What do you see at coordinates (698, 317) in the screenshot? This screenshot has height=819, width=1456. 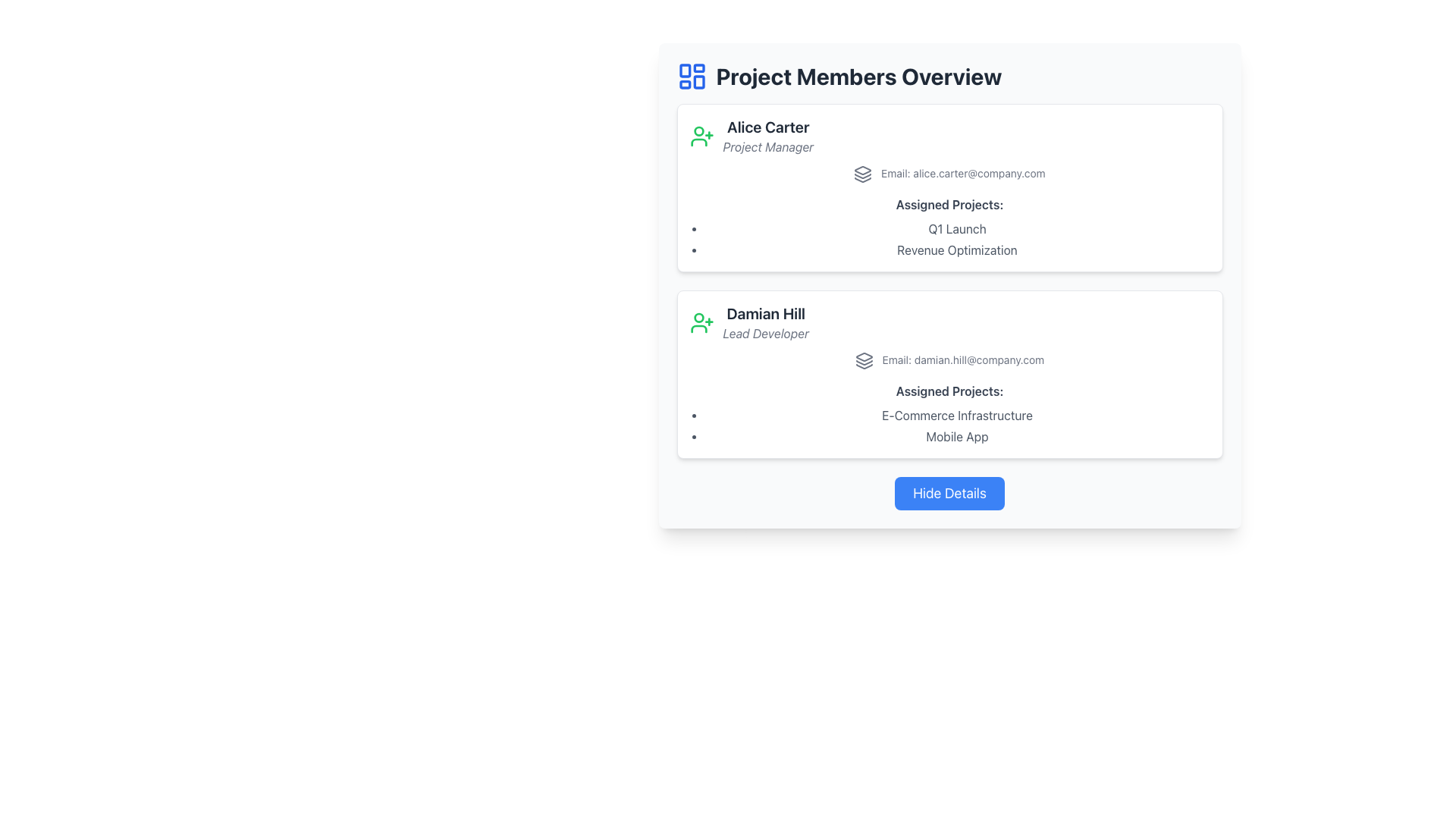 I see `the SVG Circle element representing the user profile icon with a plus sign, located in the second card under the 'Project Members Overview' section next to the name 'Damian Hill'` at bounding box center [698, 317].